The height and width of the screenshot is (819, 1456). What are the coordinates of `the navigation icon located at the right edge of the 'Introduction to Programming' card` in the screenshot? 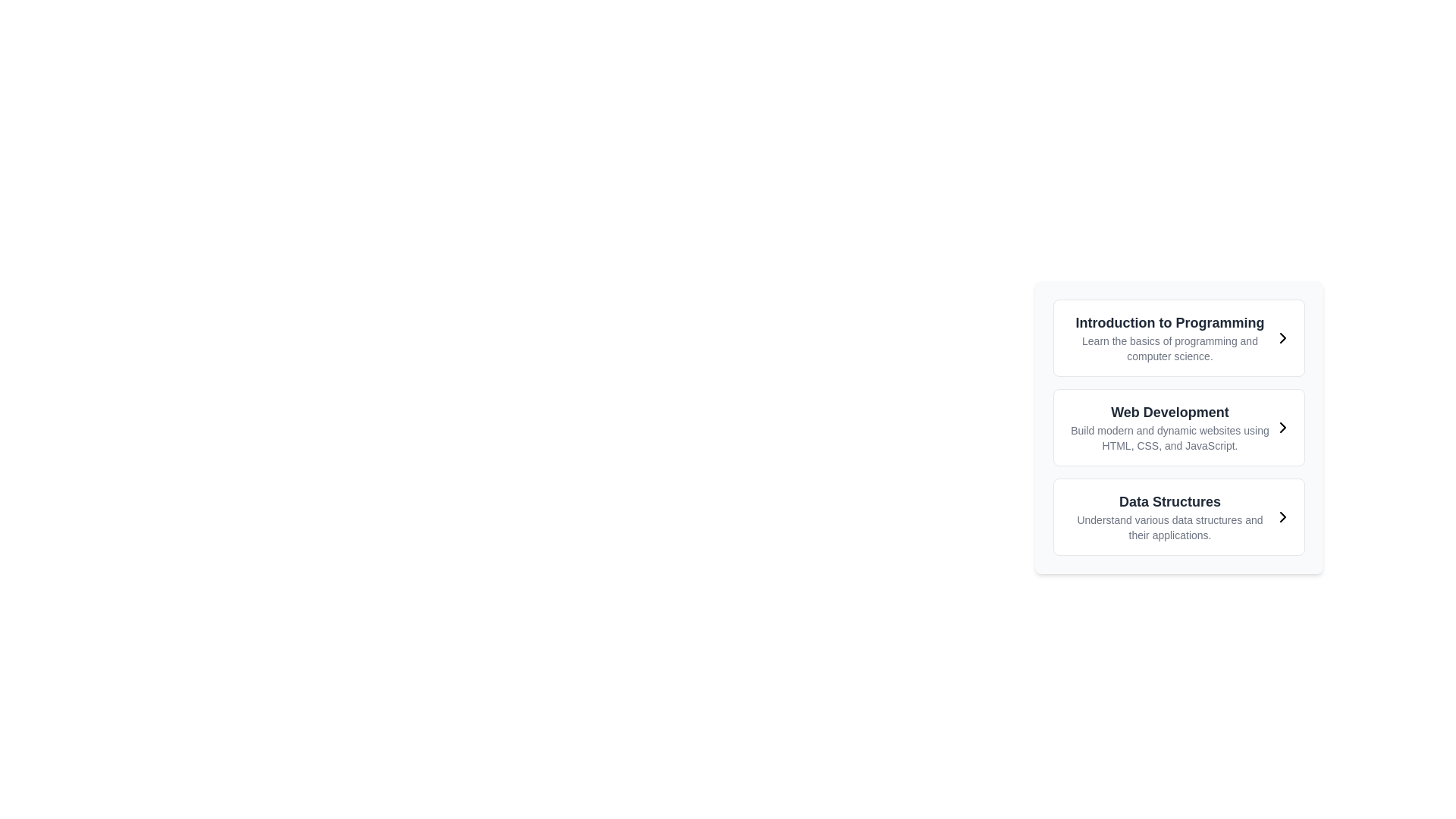 It's located at (1282, 337).